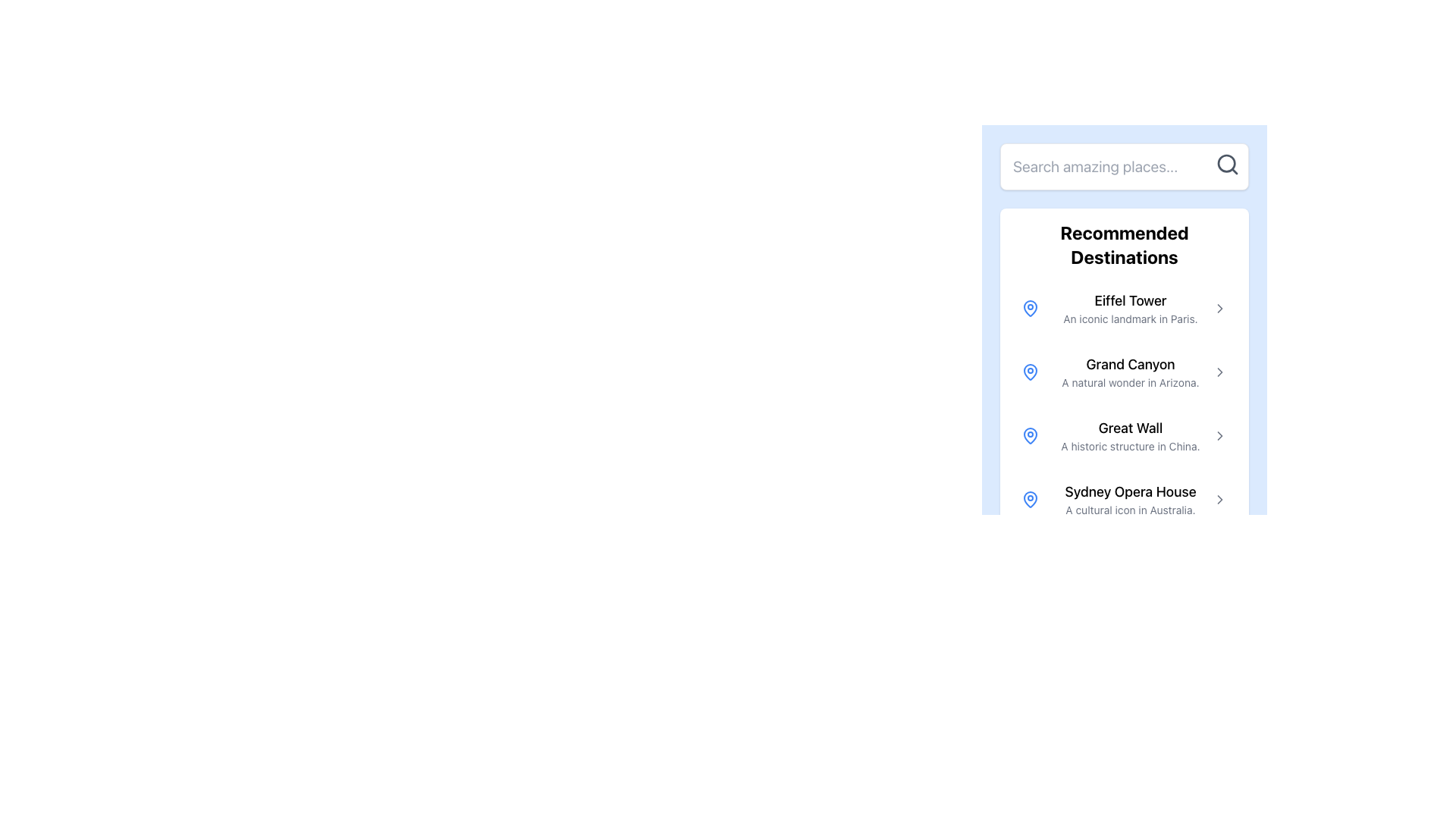  Describe the element at coordinates (1131, 446) in the screenshot. I see `text label that says "A historic structure in China." located below the bold text "Great Wall" in the Recommended Destinations section` at that location.